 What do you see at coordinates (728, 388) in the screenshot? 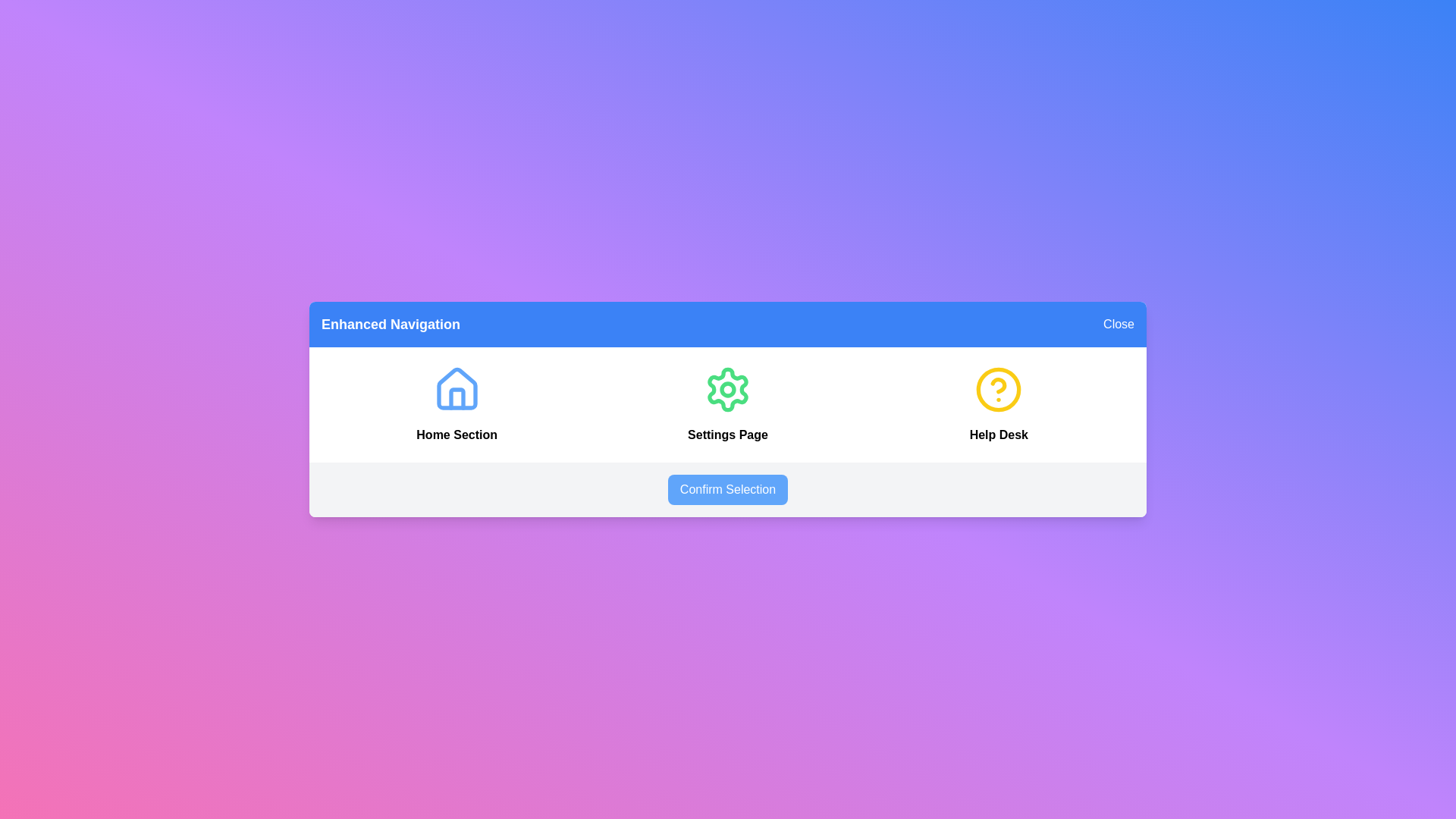
I see `the 'Settings Page' icon to access the settings feature` at bounding box center [728, 388].